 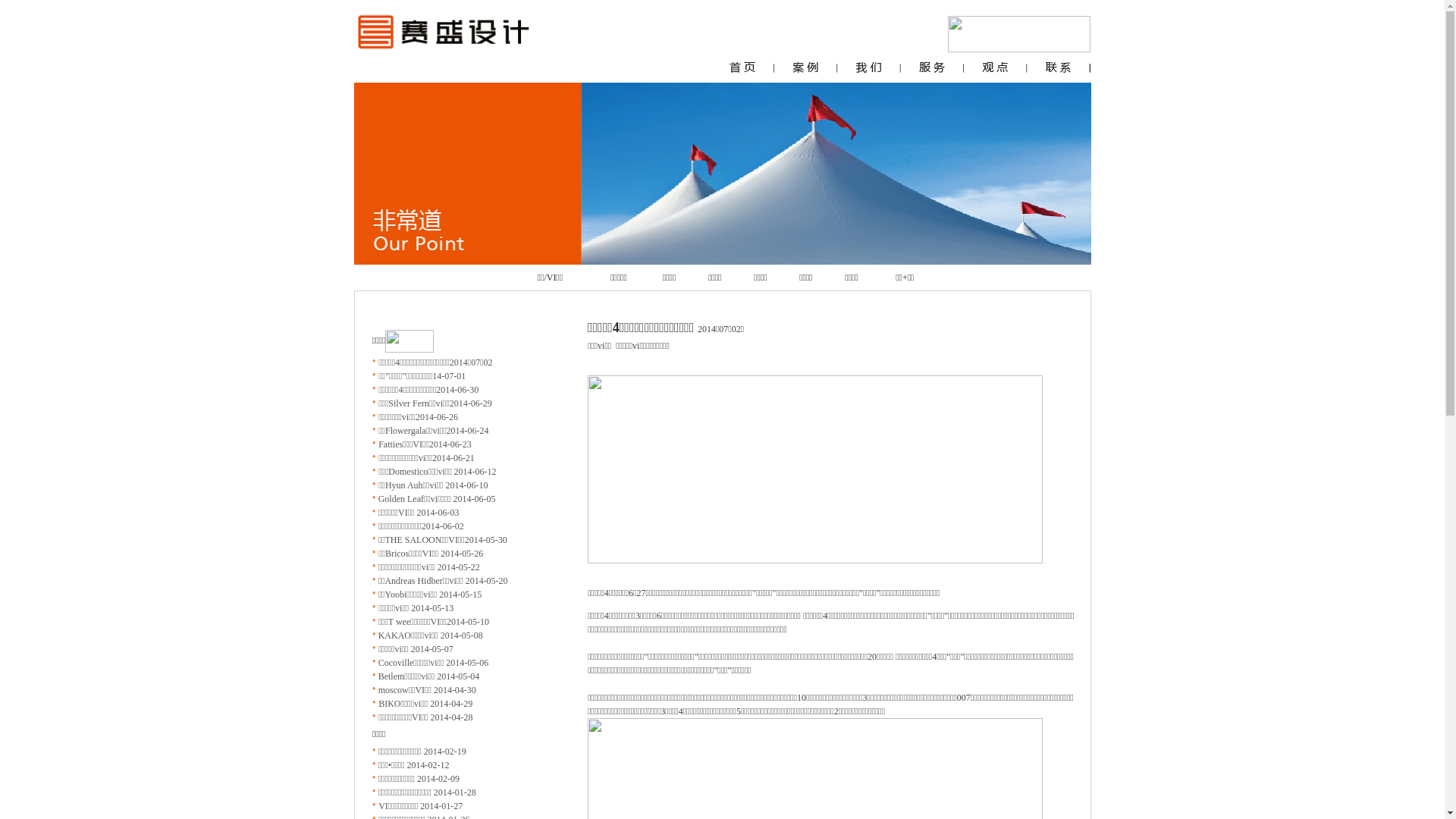 What do you see at coordinates (456, 675) in the screenshot?
I see `'2014-05-04'` at bounding box center [456, 675].